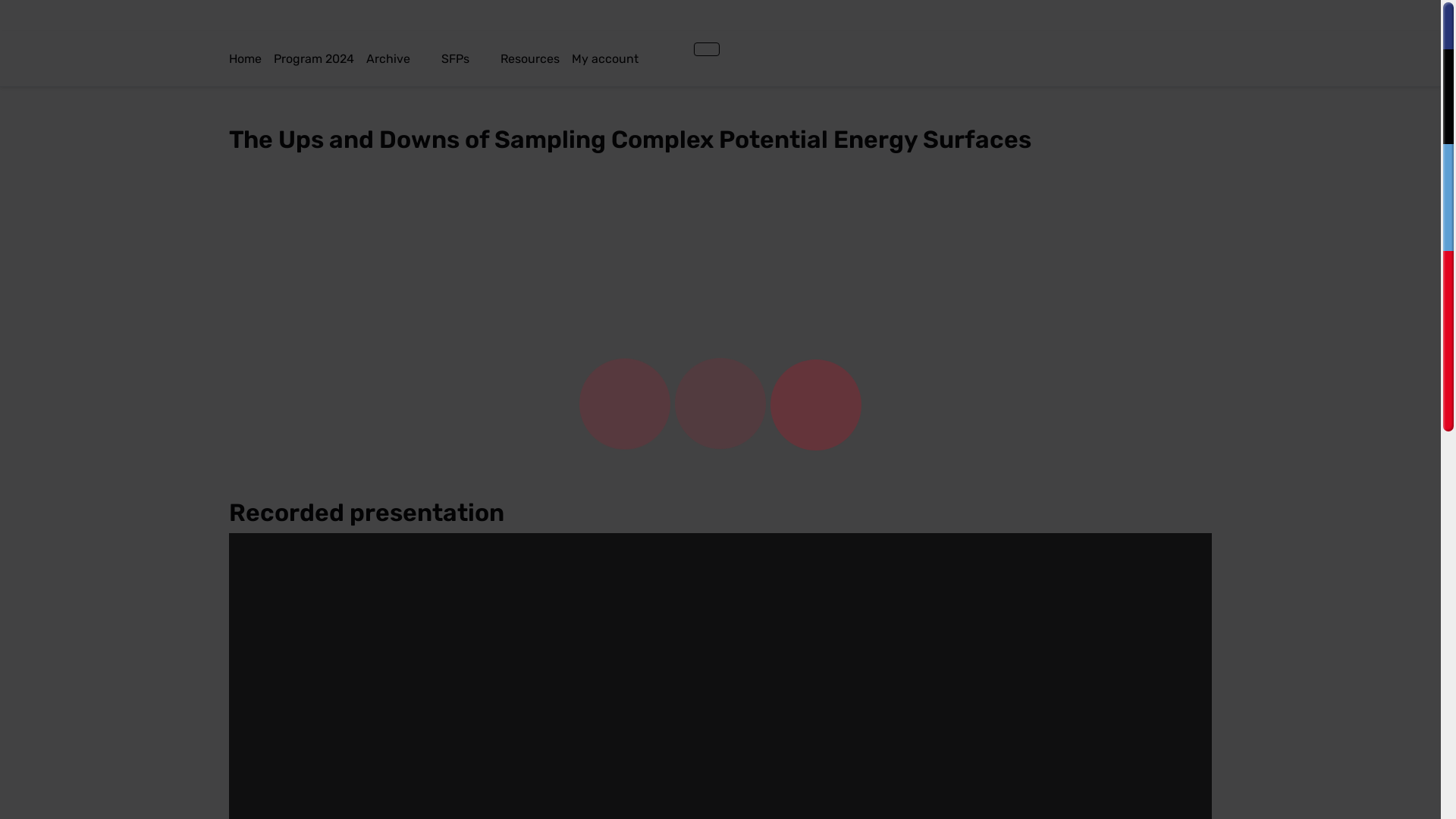 This screenshot has width=1456, height=819. I want to click on 'SFPs', so click(469, 58).